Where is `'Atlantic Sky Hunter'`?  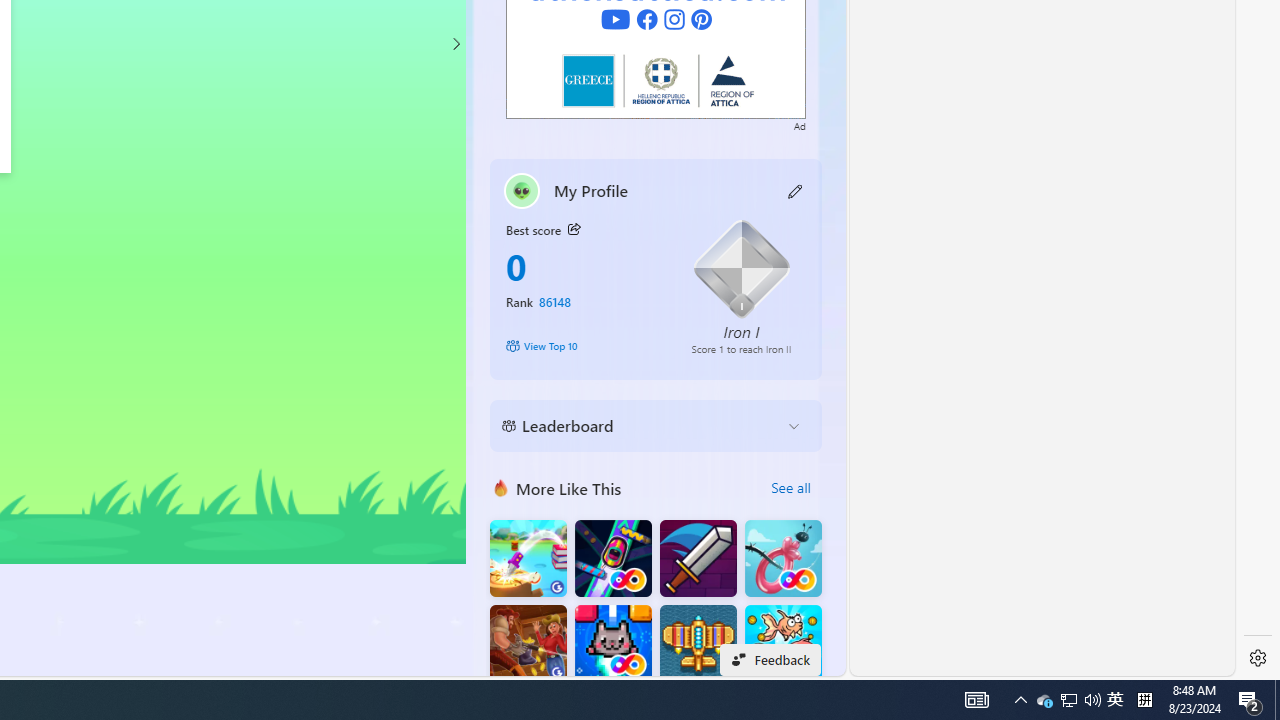 'Atlantic Sky Hunter' is located at coordinates (698, 643).